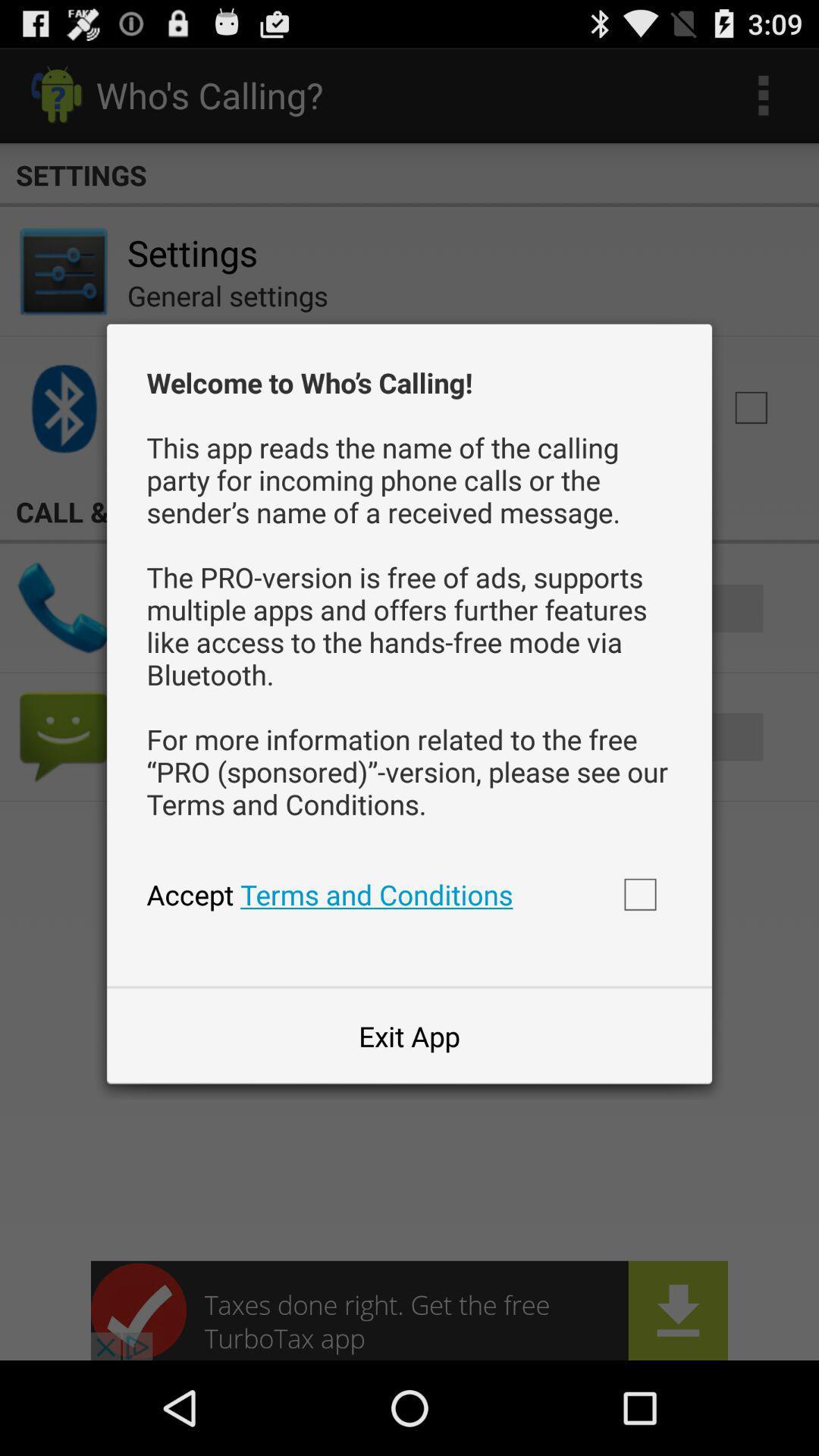  Describe the element at coordinates (409, 1035) in the screenshot. I see `exit app button` at that location.